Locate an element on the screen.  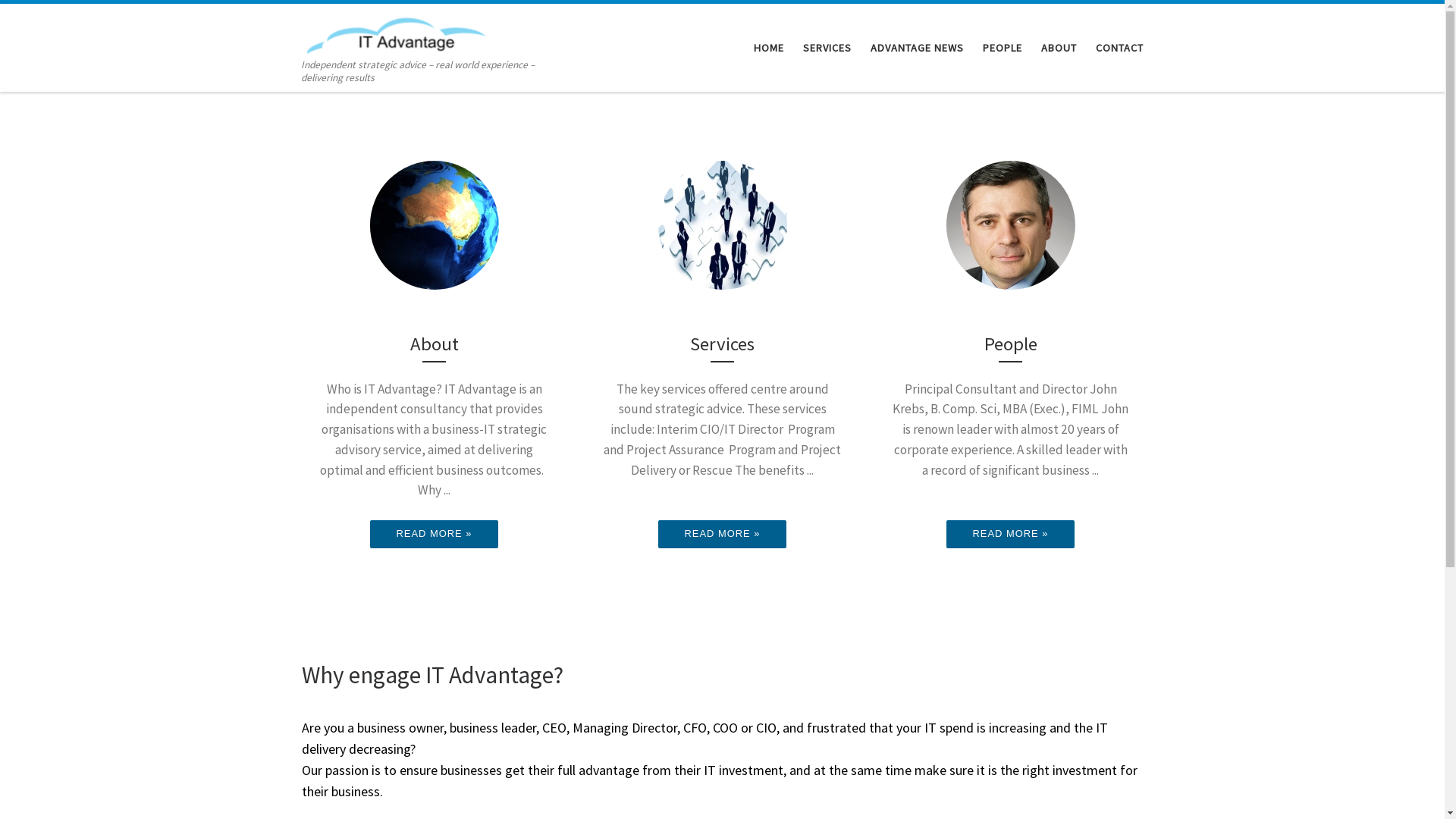
'Skip to content' is located at coordinates (57, 20).